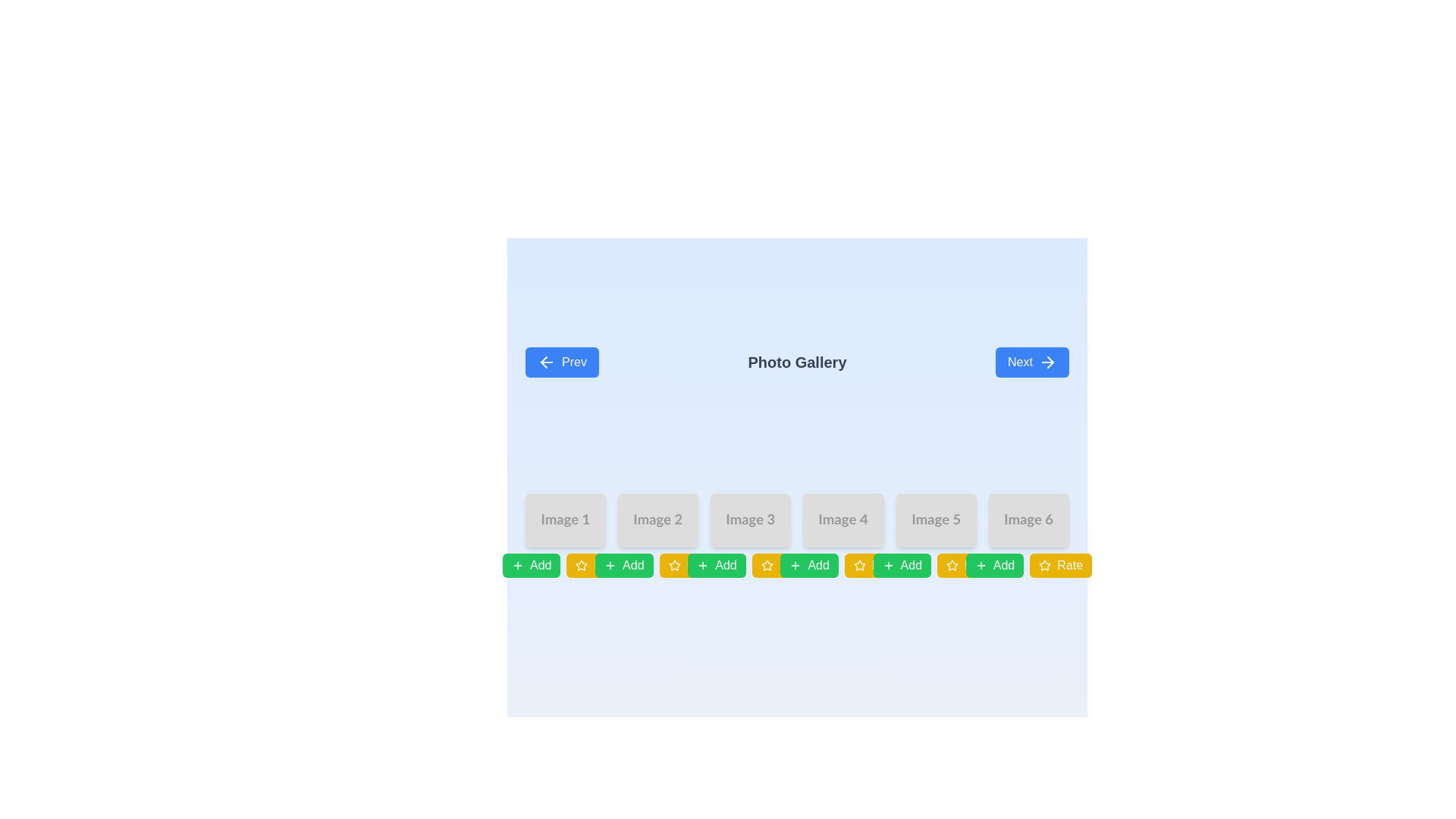 The image size is (1456, 819). I want to click on the star icon located in the middle toolbar below the fifth image for rating adjustment, so click(935, 565).